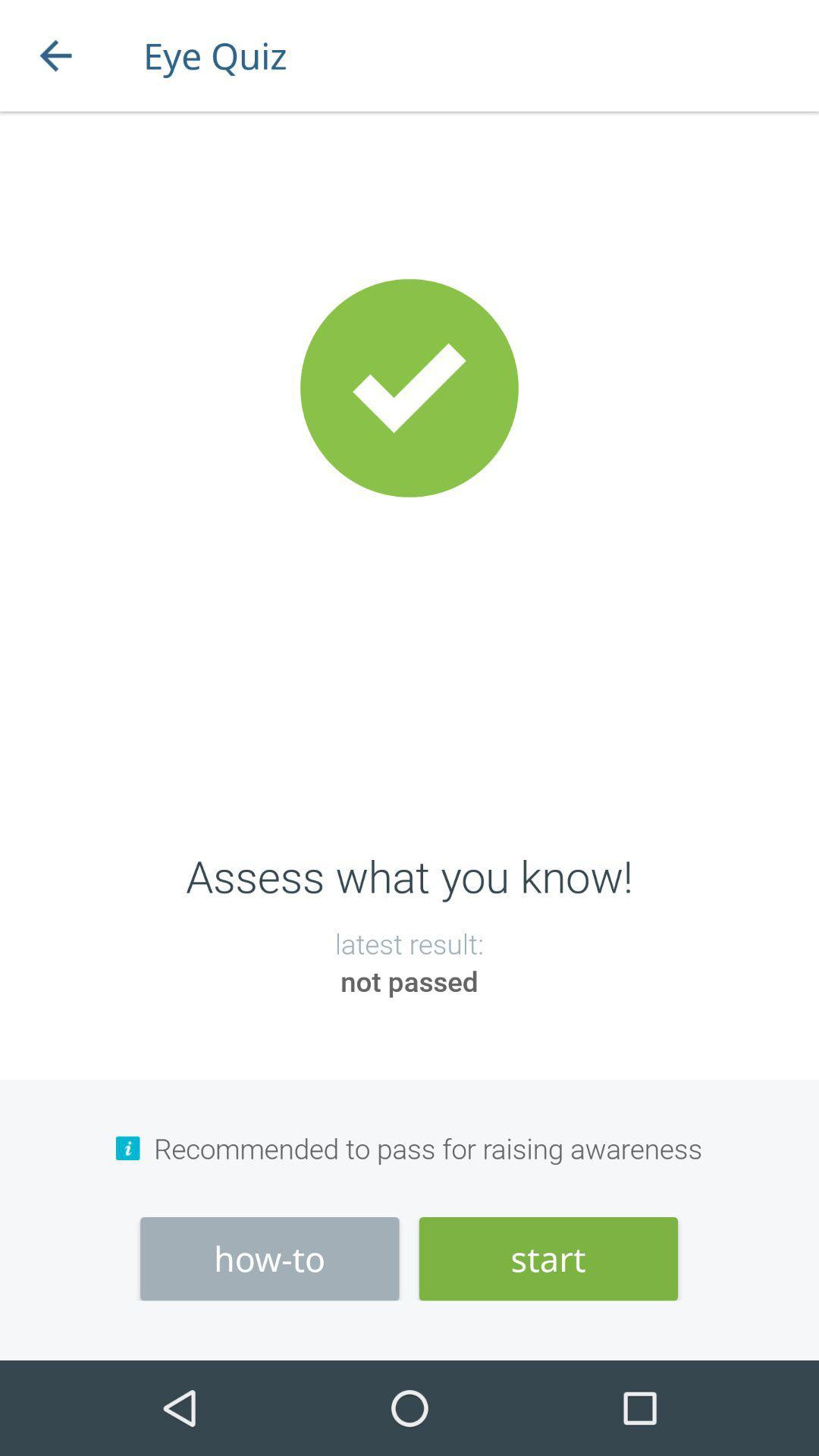 This screenshot has height=1456, width=819. I want to click on the item at the bottom right corner, so click(548, 1259).